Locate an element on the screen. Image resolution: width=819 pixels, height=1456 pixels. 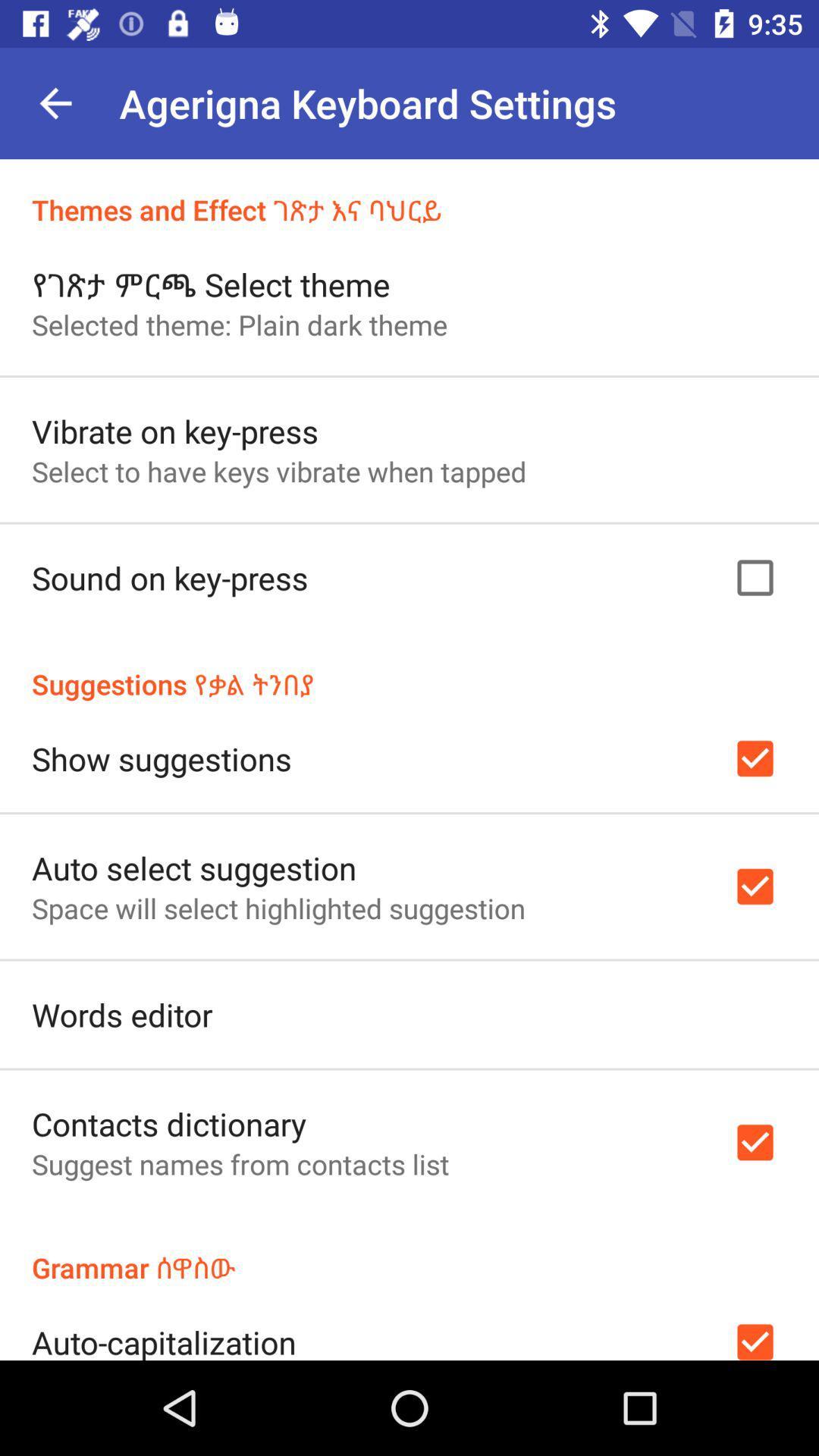
icon above suggest names from item is located at coordinates (169, 1124).